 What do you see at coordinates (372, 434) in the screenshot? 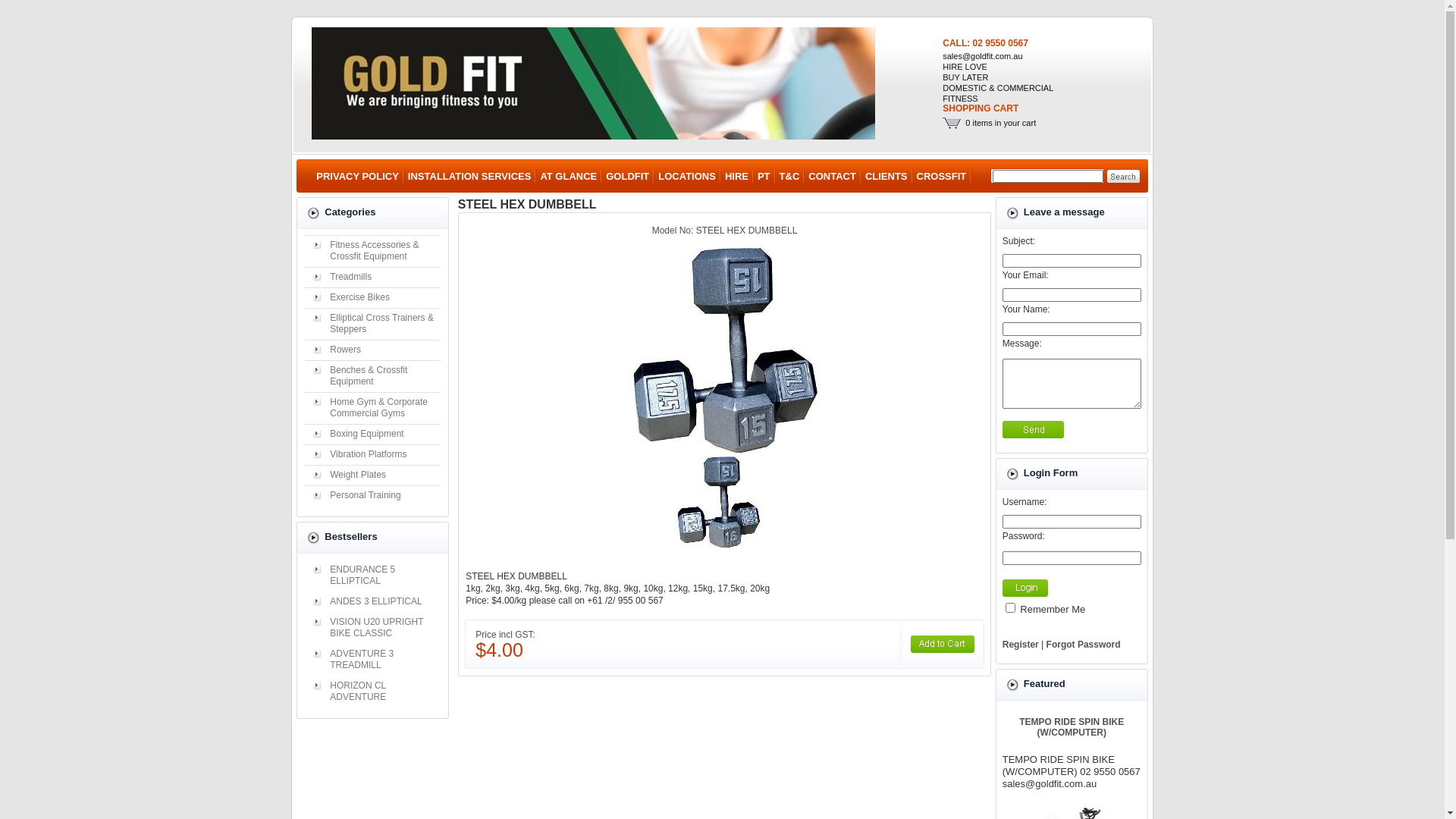
I see `'Boxing Equipment'` at bounding box center [372, 434].